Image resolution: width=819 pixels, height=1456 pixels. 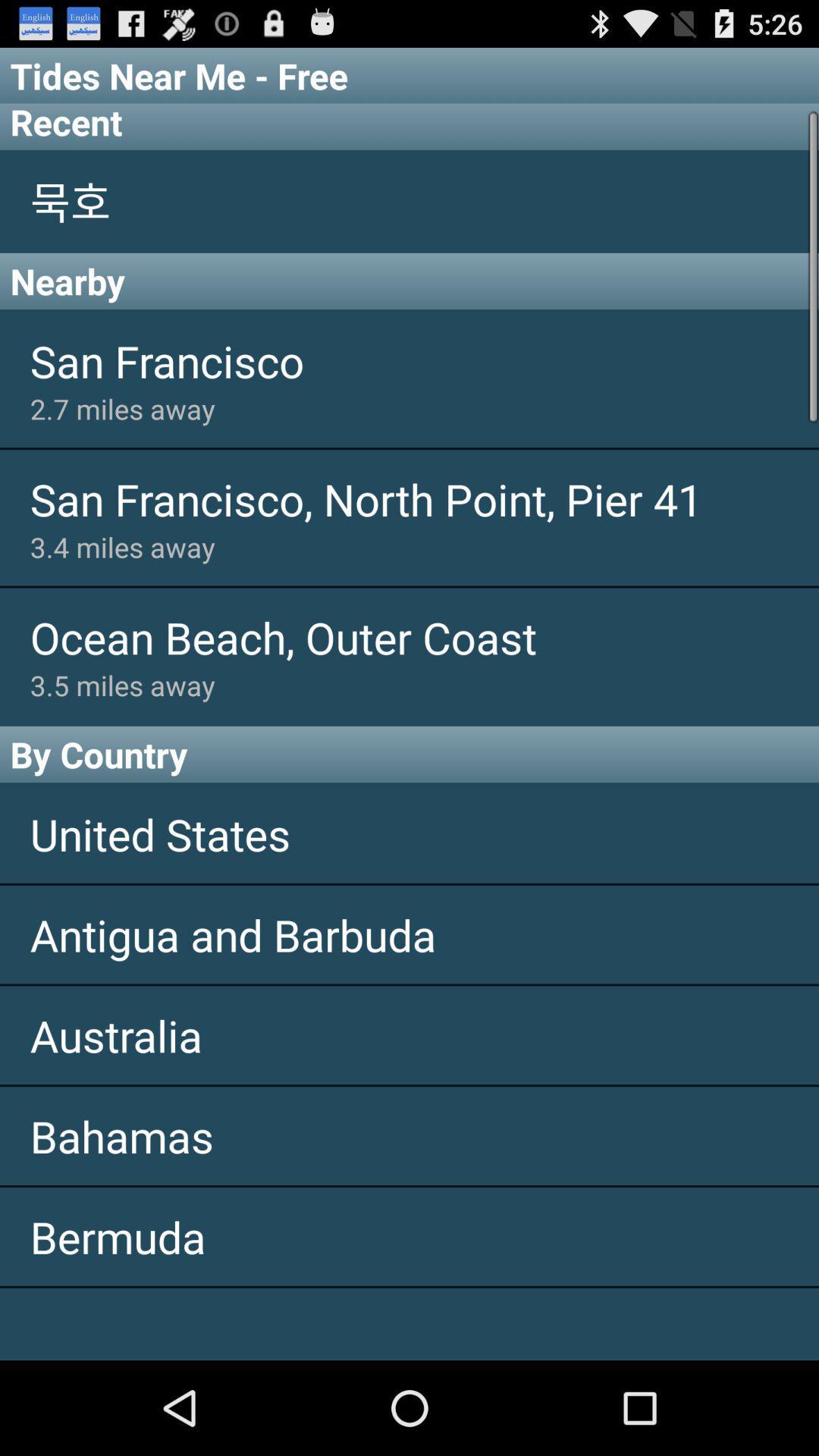 I want to click on the app below san francisco app, so click(x=424, y=409).